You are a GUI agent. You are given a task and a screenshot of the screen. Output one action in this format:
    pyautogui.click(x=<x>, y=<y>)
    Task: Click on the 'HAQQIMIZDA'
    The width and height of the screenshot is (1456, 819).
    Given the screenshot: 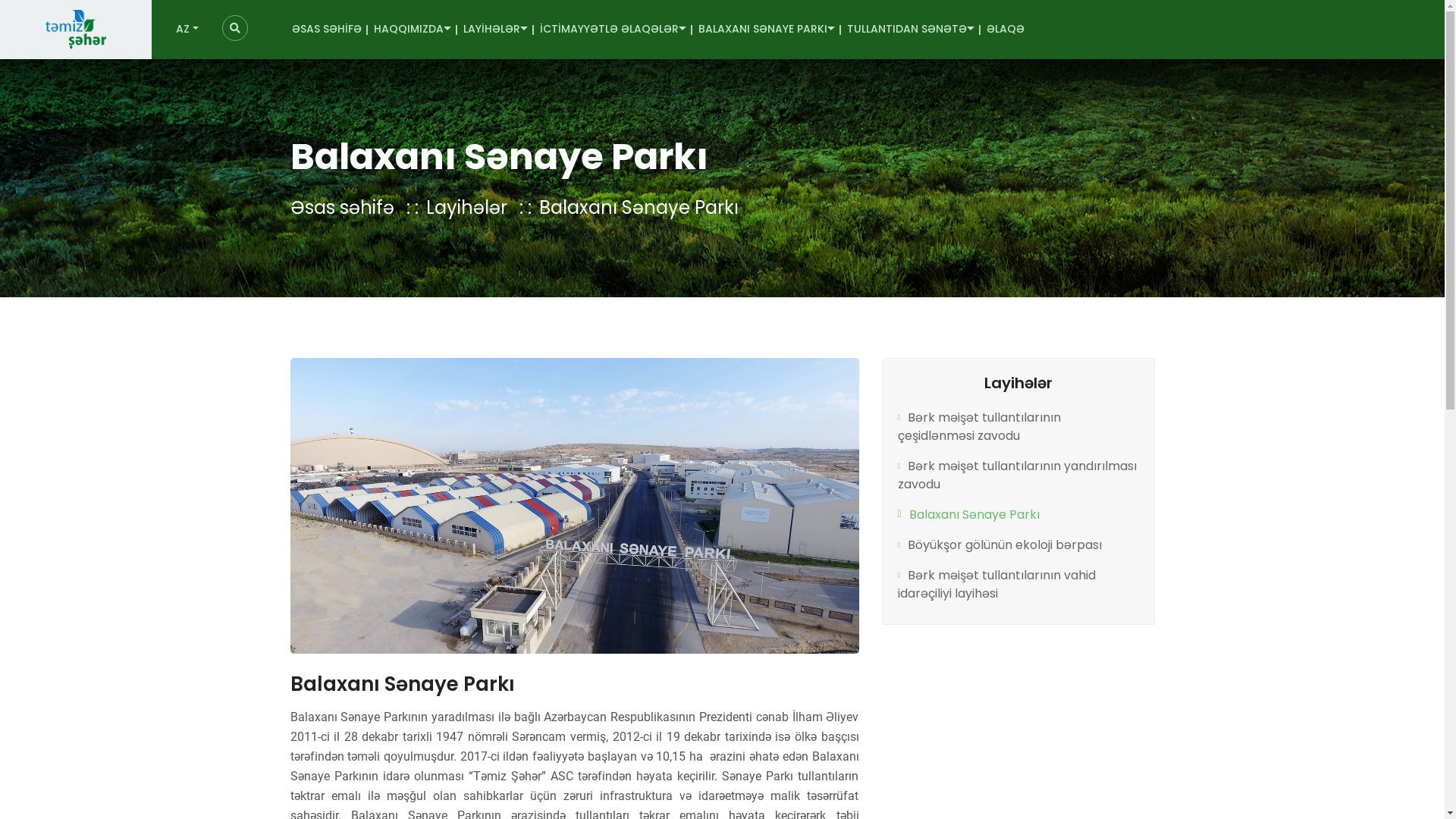 What is the action you would take?
    pyautogui.click(x=367, y=30)
    